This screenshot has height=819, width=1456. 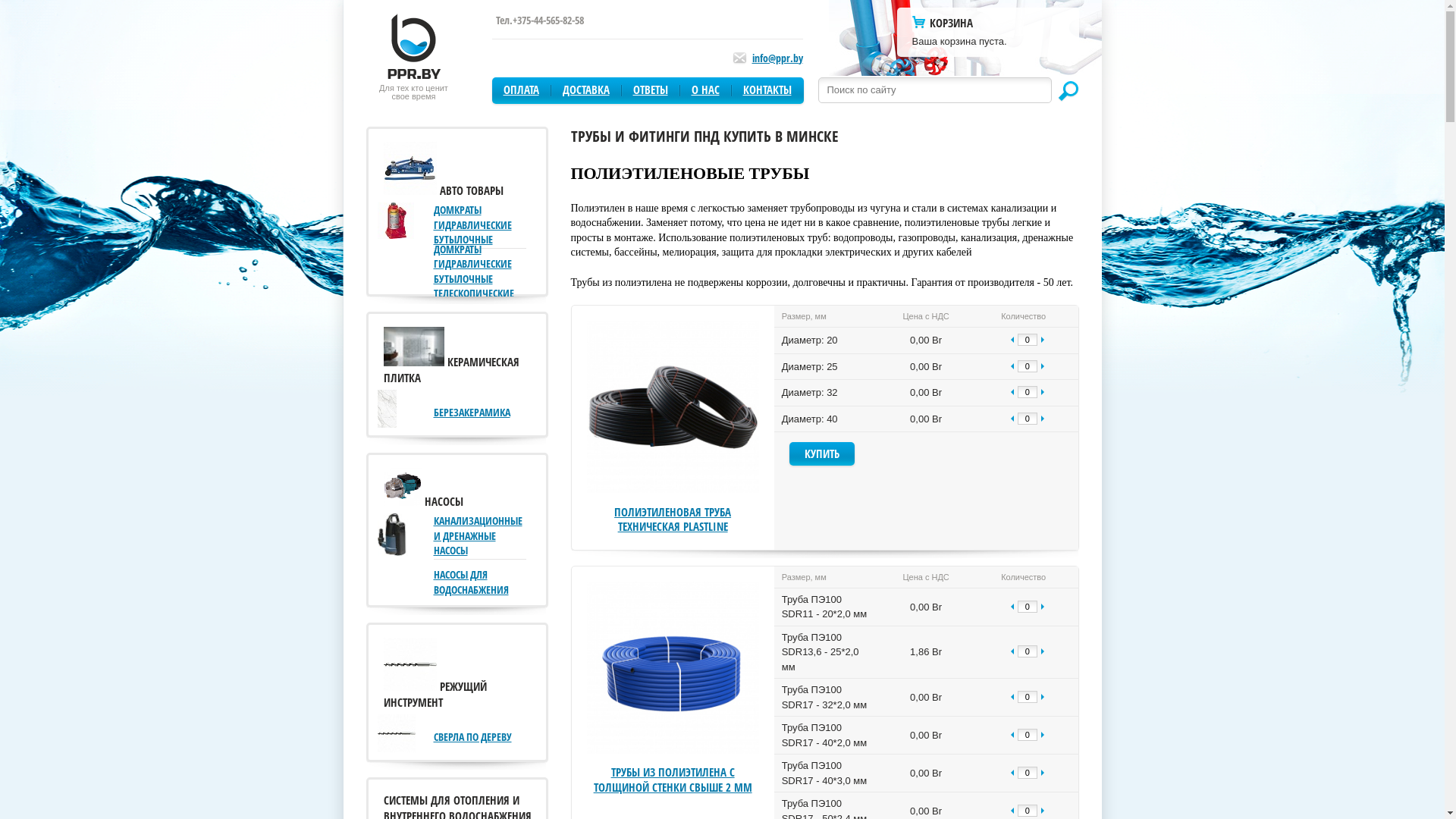 What do you see at coordinates (1012, 366) in the screenshot?
I see `'-'` at bounding box center [1012, 366].